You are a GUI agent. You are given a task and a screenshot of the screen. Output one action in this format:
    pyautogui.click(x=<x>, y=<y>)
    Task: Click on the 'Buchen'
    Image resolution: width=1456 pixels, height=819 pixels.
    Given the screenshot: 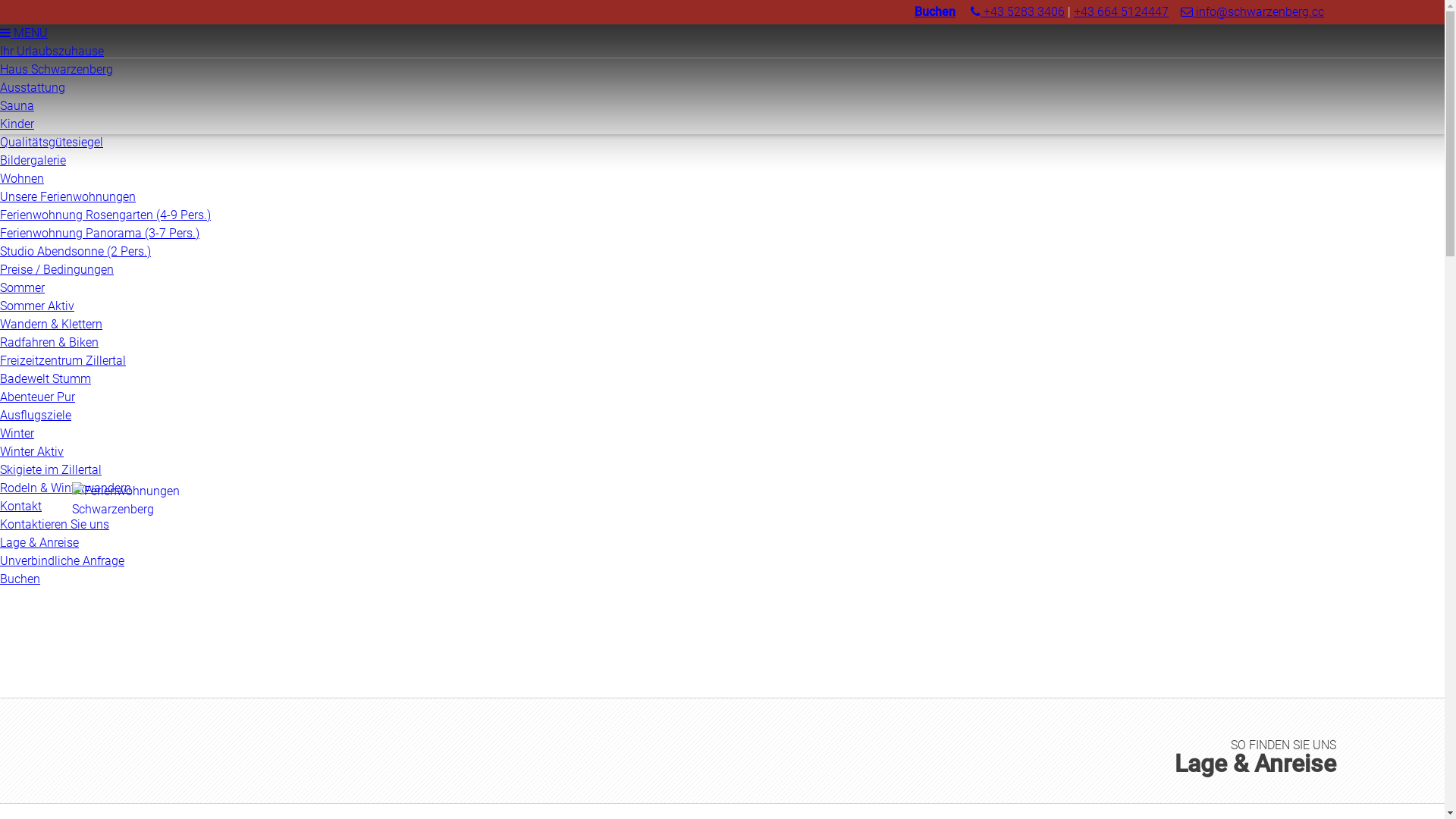 What is the action you would take?
    pyautogui.click(x=913, y=11)
    